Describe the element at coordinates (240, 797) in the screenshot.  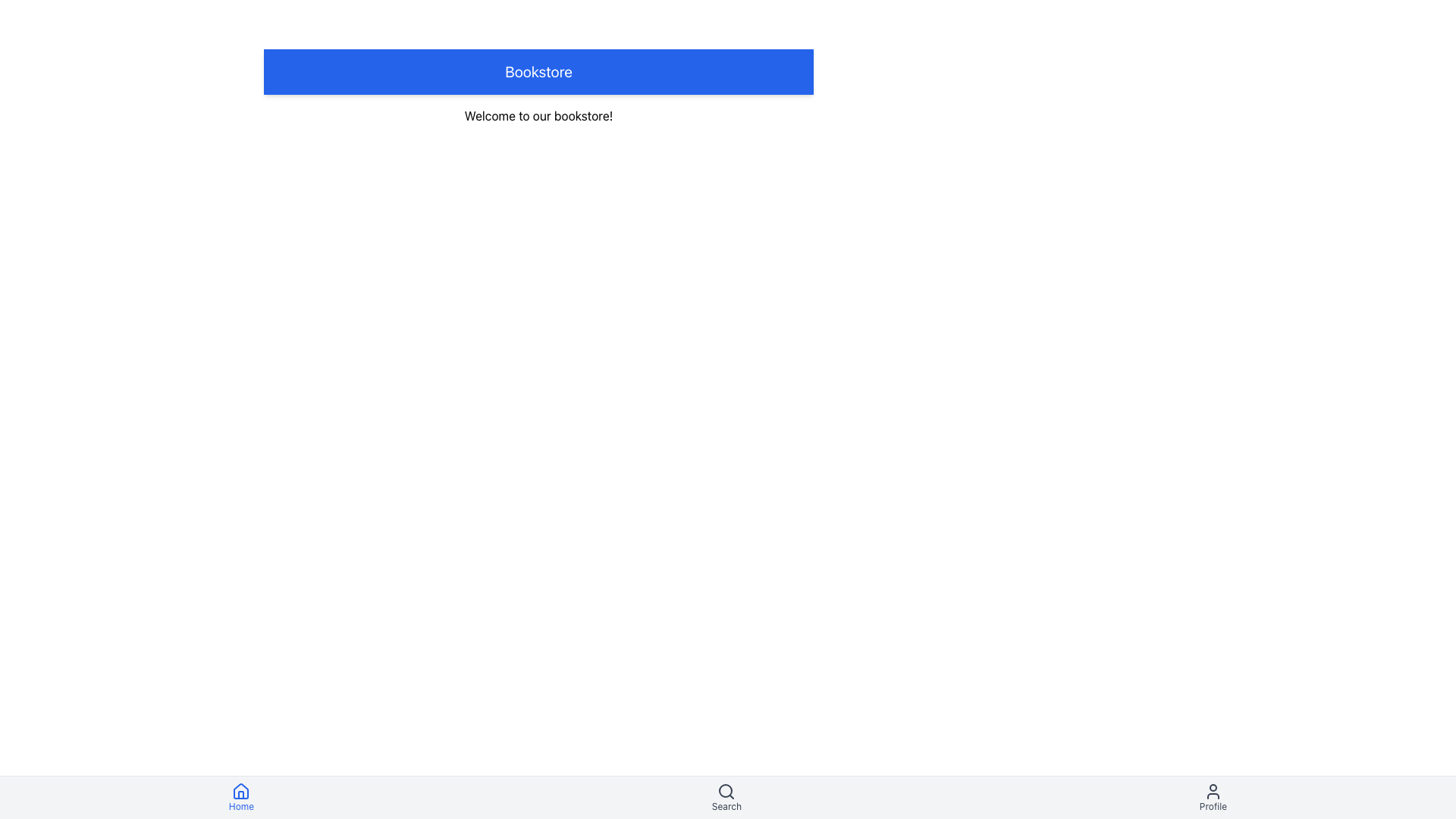
I see `the 'Home' button which has a house icon and blue text, located at the bottom left of the navigation bar` at that location.